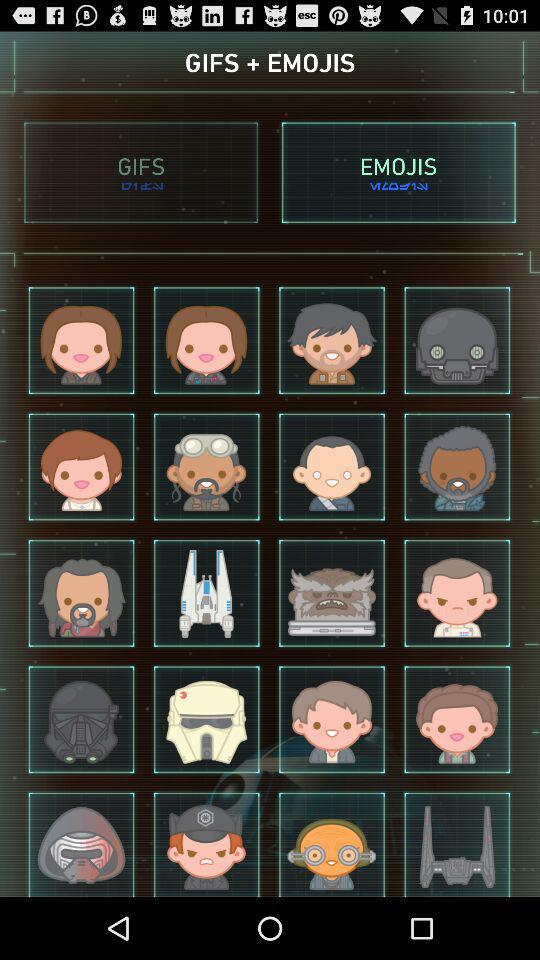  What do you see at coordinates (205, 842) in the screenshot?
I see `the second image in the fifth row` at bounding box center [205, 842].